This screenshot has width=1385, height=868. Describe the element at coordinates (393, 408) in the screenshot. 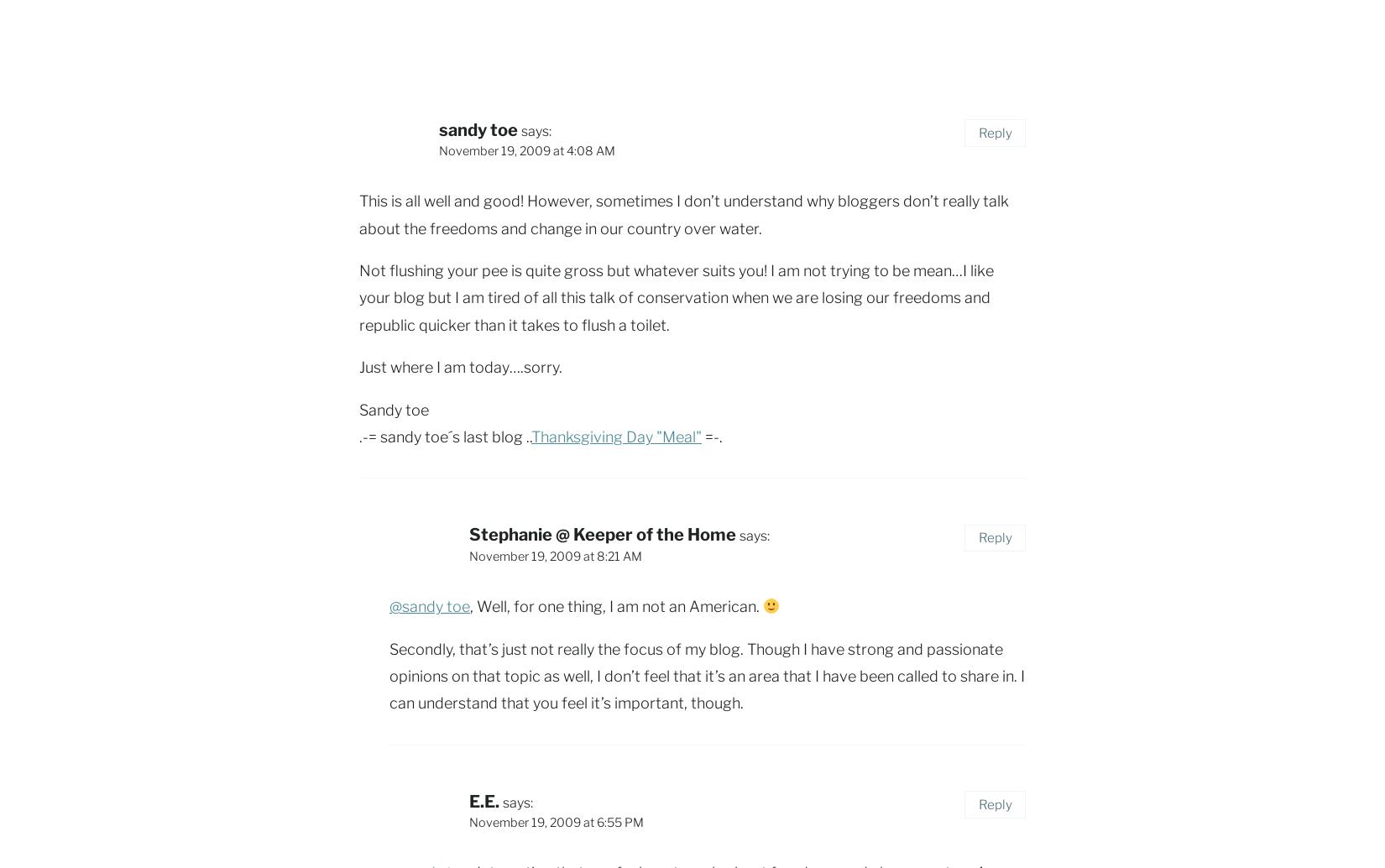

I see `'Sandy toe'` at that location.